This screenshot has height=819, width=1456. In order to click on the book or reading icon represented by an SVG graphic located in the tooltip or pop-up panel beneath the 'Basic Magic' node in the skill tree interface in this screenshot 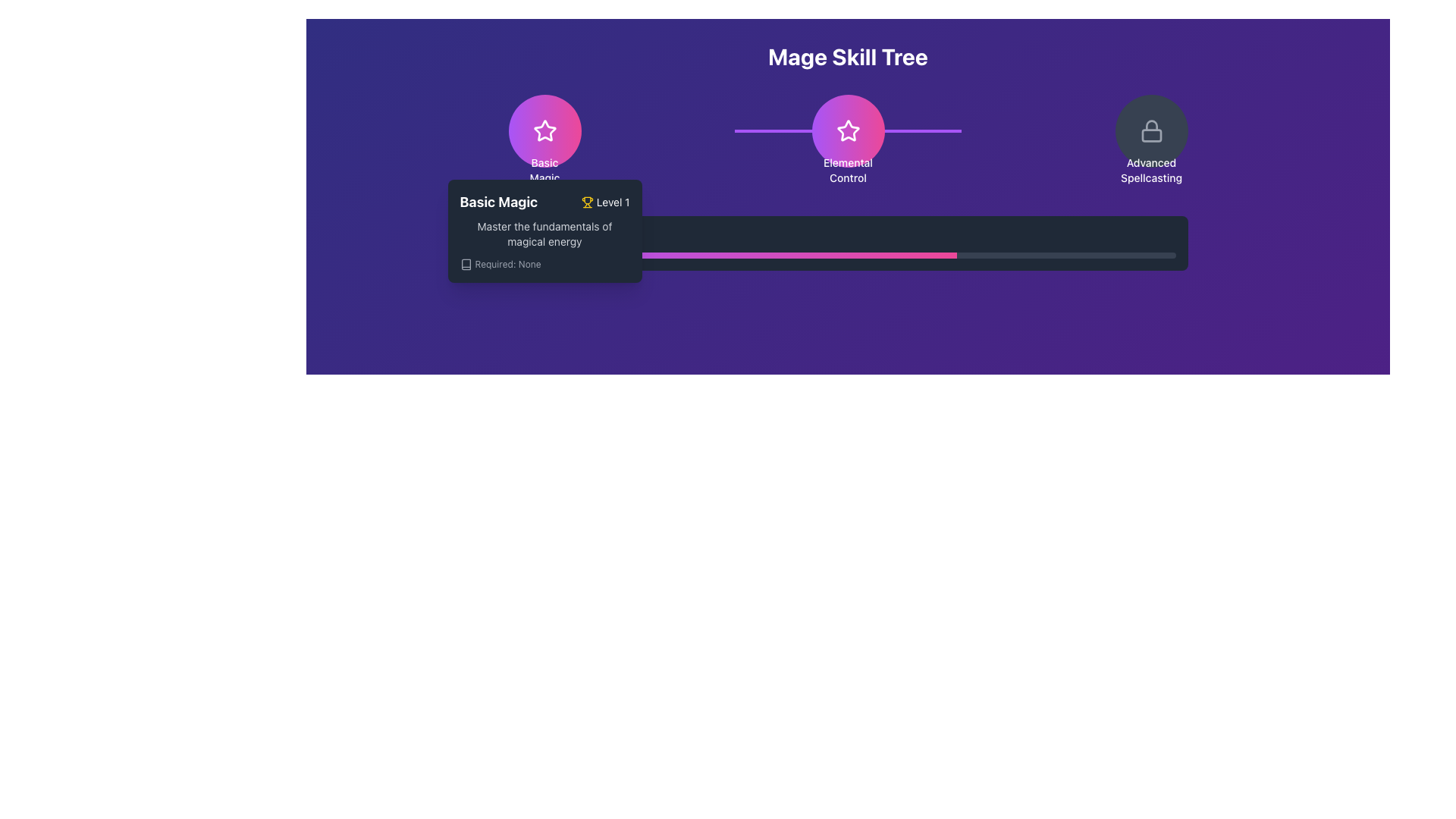, I will do `click(465, 263)`.